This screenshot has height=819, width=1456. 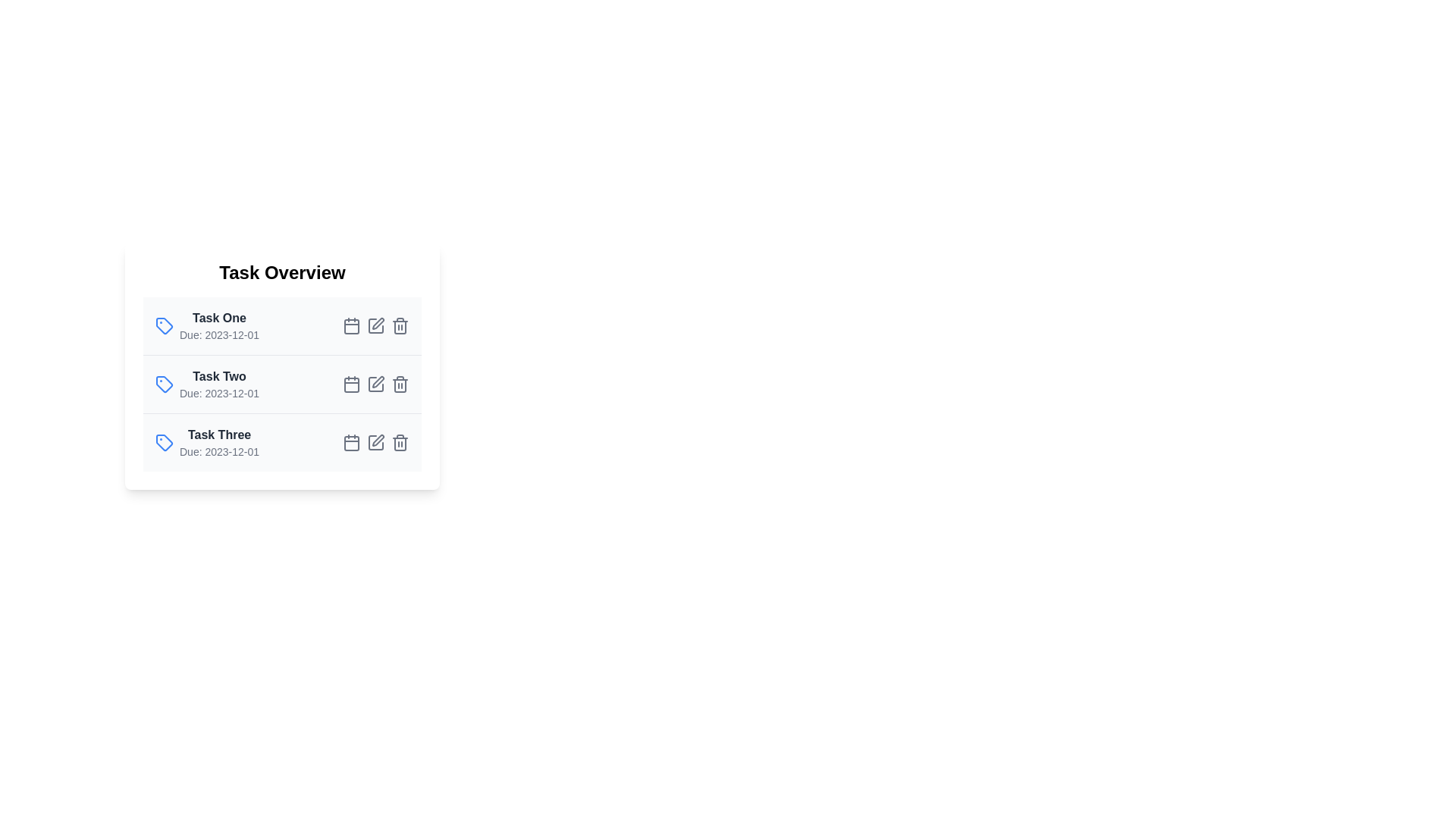 I want to click on the task entry titled 'Task Three' in the task overview card, so click(x=282, y=442).